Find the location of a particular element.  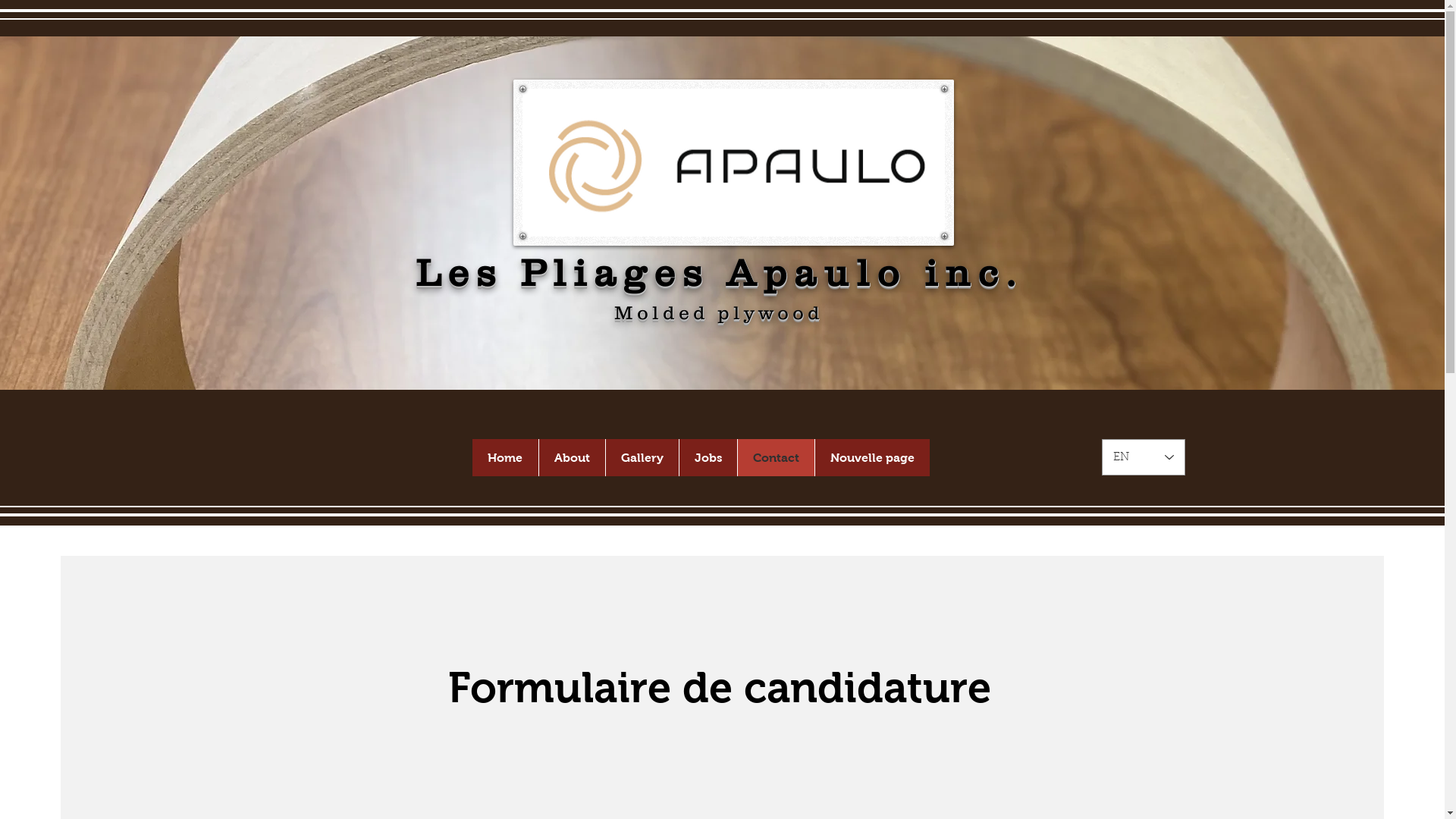

'Home' is located at coordinates (504, 457).